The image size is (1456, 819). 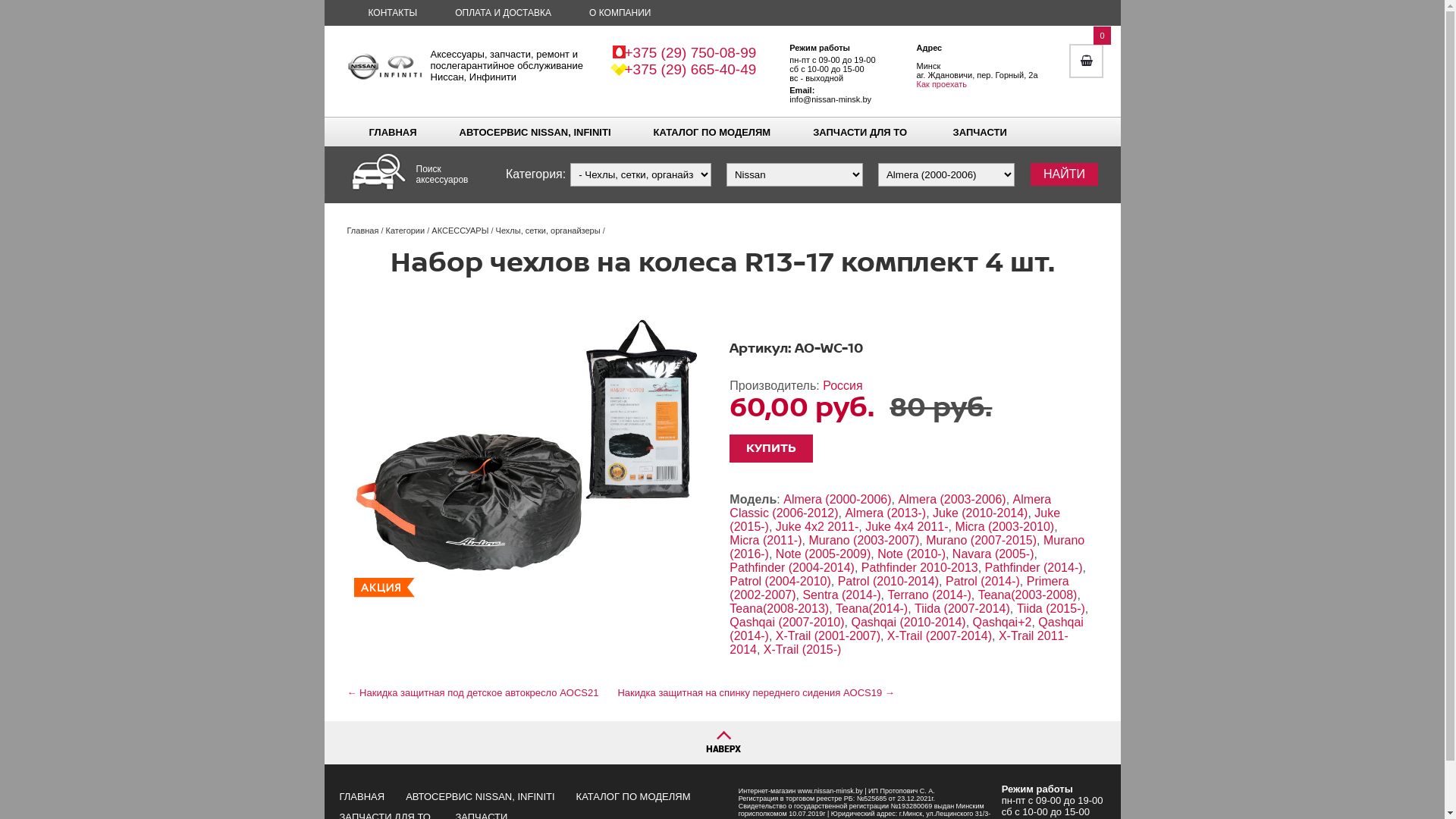 What do you see at coordinates (950, 499) in the screenshot?
I see `'Almera (2003-2006)'` at bounding box center [950, 499].